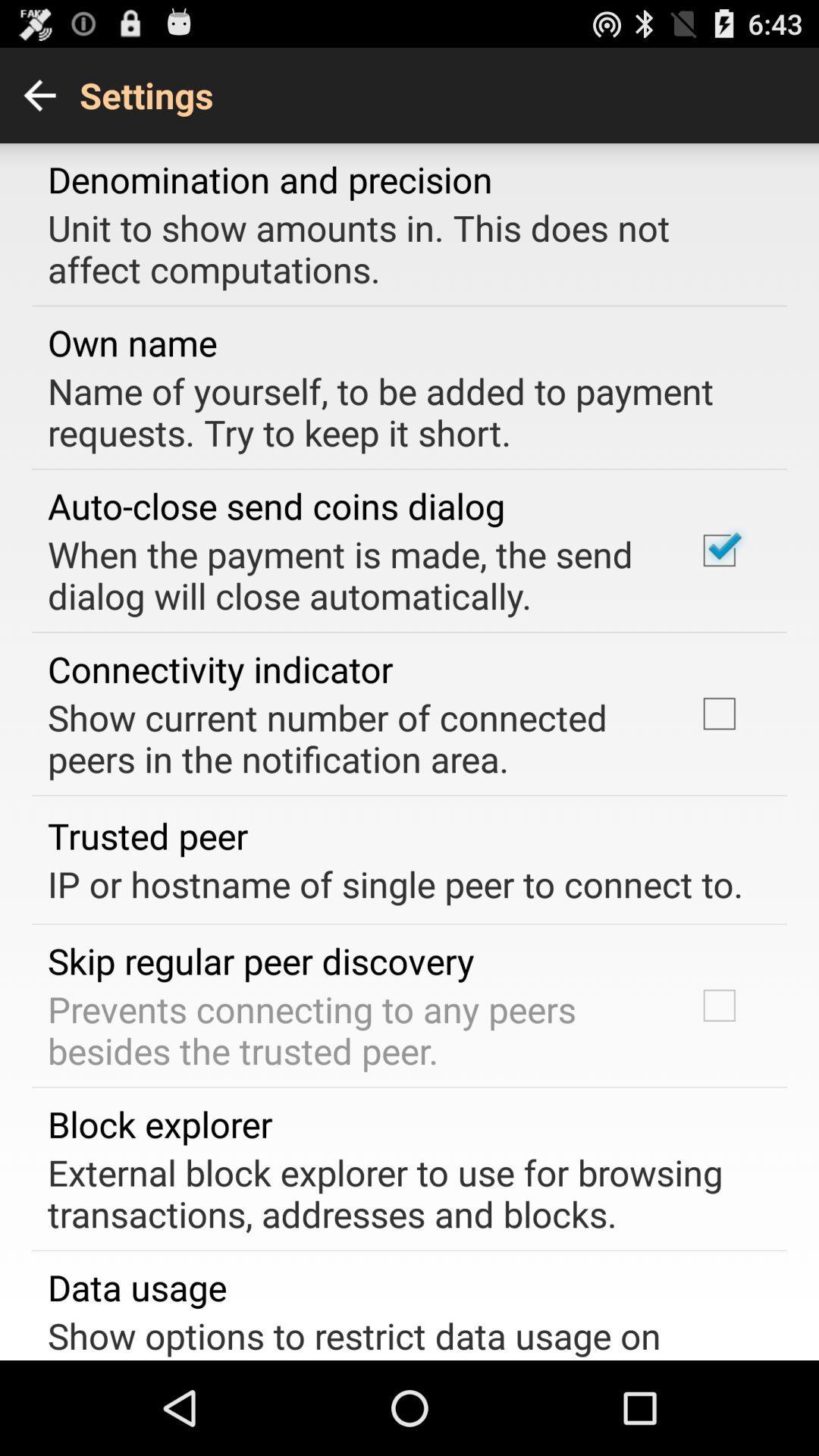 This screenshot has height=1456, width=819. Describe the element at coordinates (131, 341) in the screenshot. I see `the icon below unit to show item` at that location.